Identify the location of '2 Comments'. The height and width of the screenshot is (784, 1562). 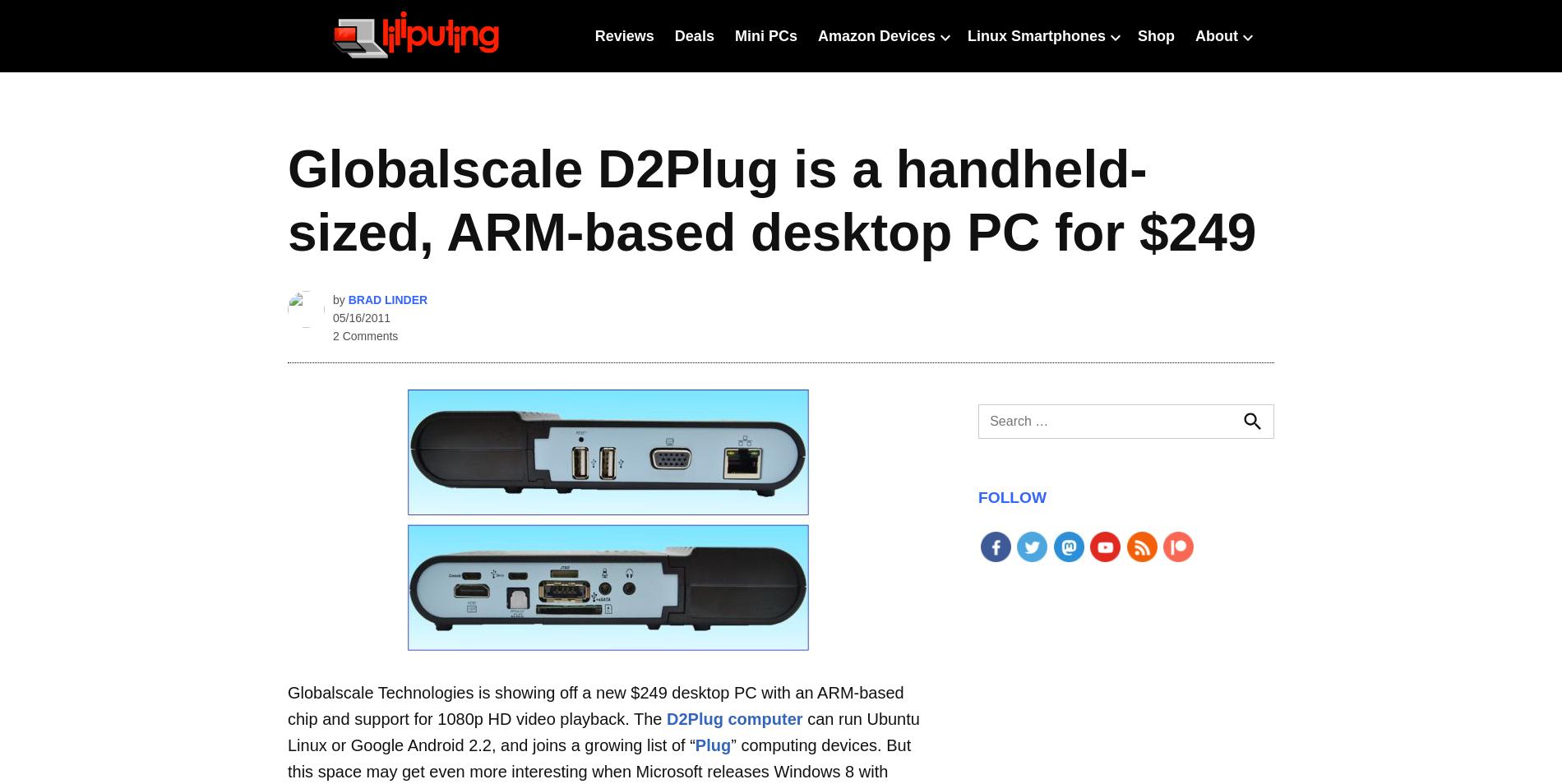
(364, 335).